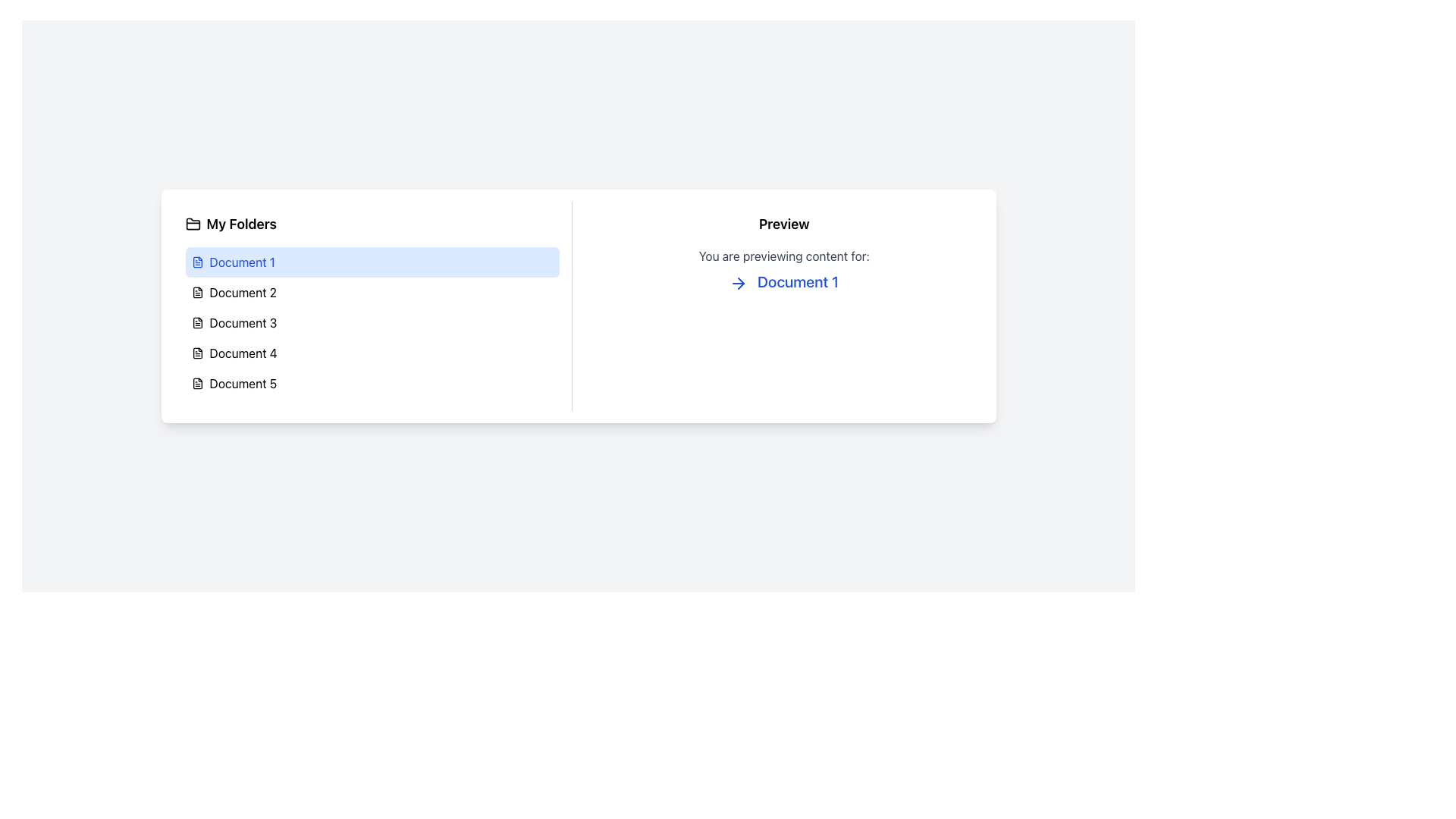  Describe the element at coordinates (372, 382) in the screenshot. I see `the list item labeled 'Document 5'` at that location.